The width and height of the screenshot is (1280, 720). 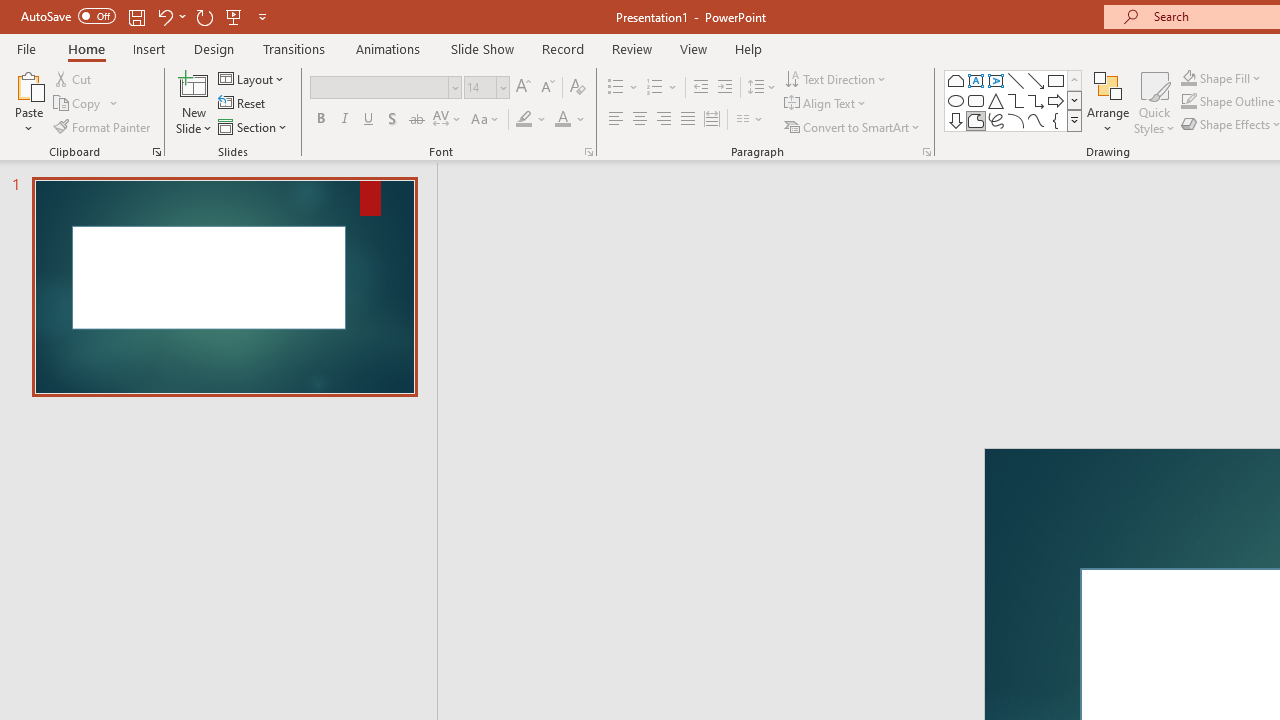 What do you see at coordinates (688, 119) in the screenshot?
I see `'Justify'` at bounding box center [688, 119].